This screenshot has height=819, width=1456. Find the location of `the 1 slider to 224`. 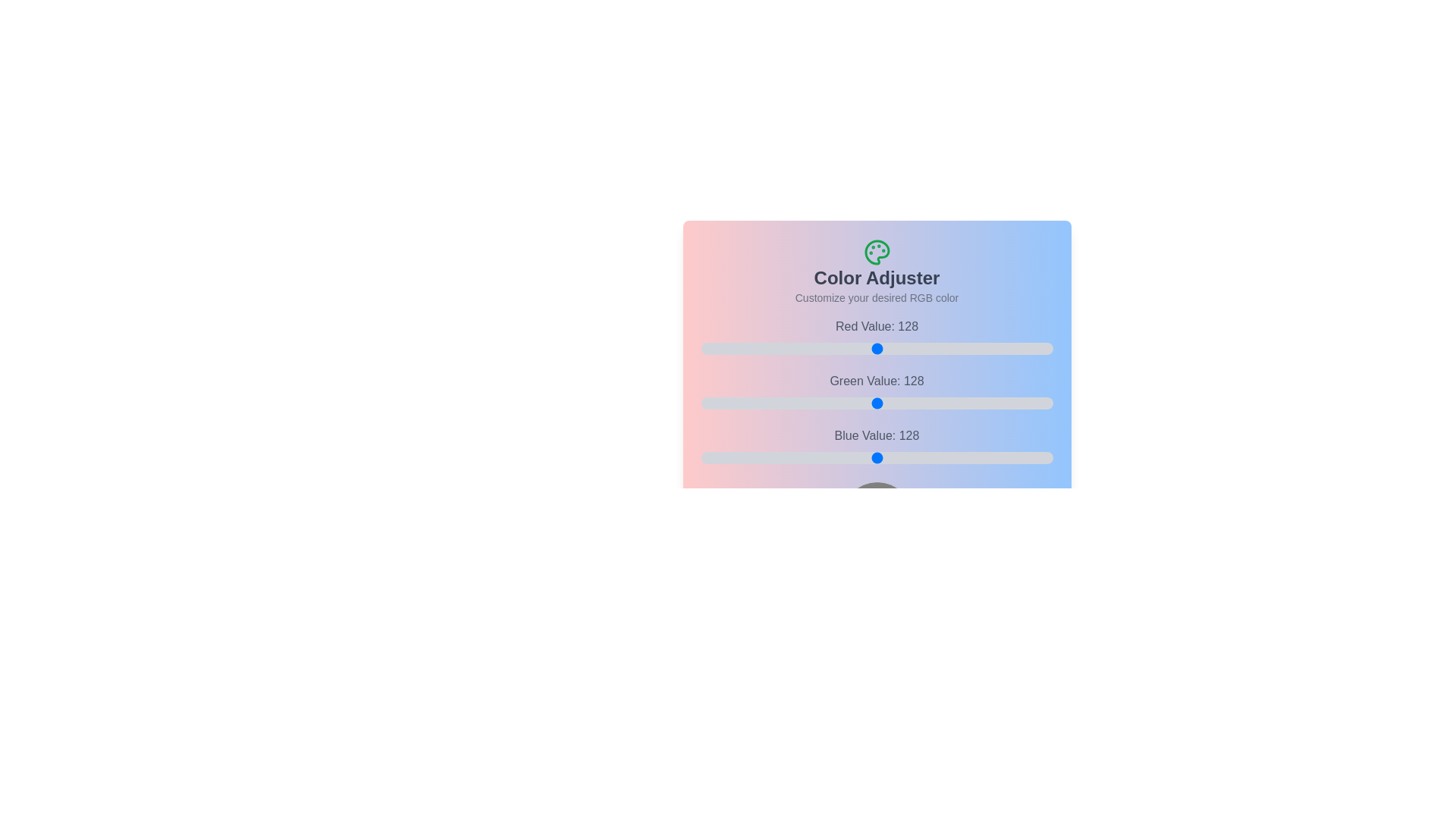

the 1 slider to 224 is located at coordinates (1031, 403).